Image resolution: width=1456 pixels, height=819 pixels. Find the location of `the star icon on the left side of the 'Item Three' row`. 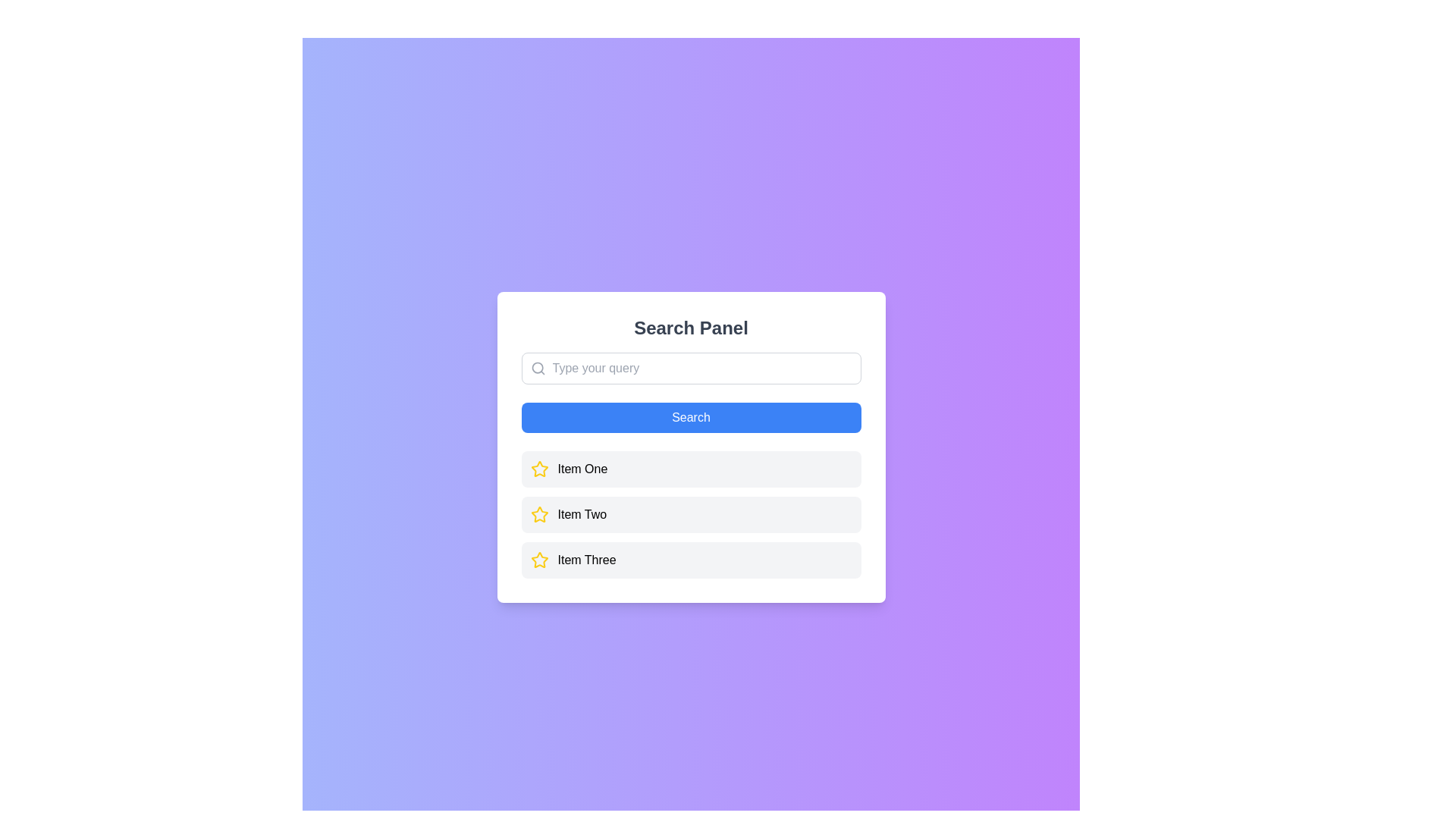

the star icon on the left side of the 'Item Three' row is located at coordinates (539, 560).